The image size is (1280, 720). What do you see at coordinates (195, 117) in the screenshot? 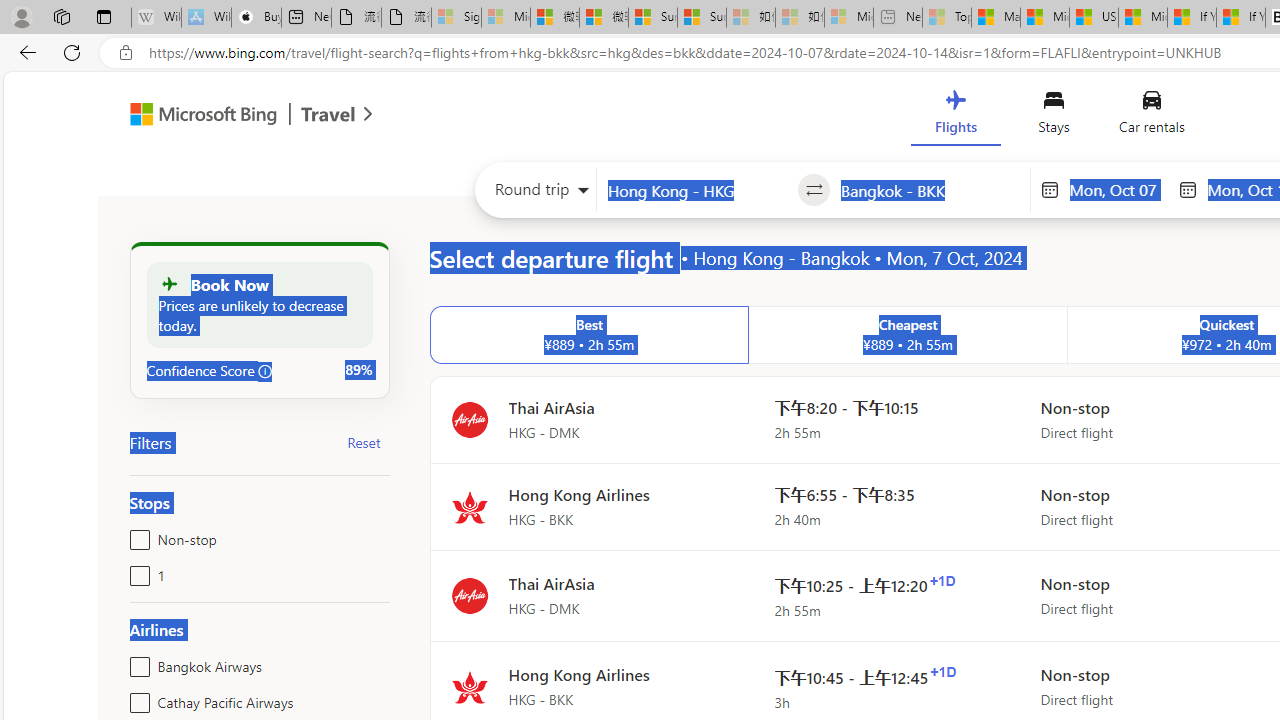
I see `'Microsoft Bing'` at bounding box center [195, 117].